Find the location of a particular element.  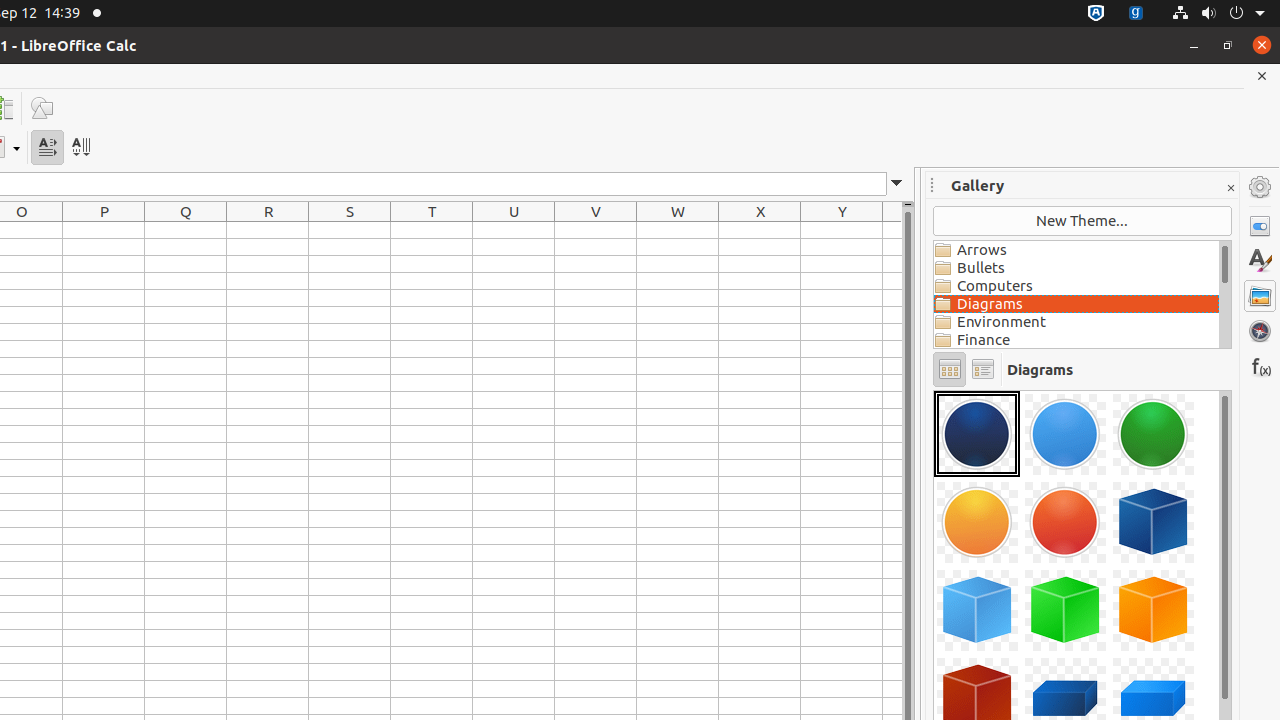

'Diagrams' is located at coordinates (1075, 303).